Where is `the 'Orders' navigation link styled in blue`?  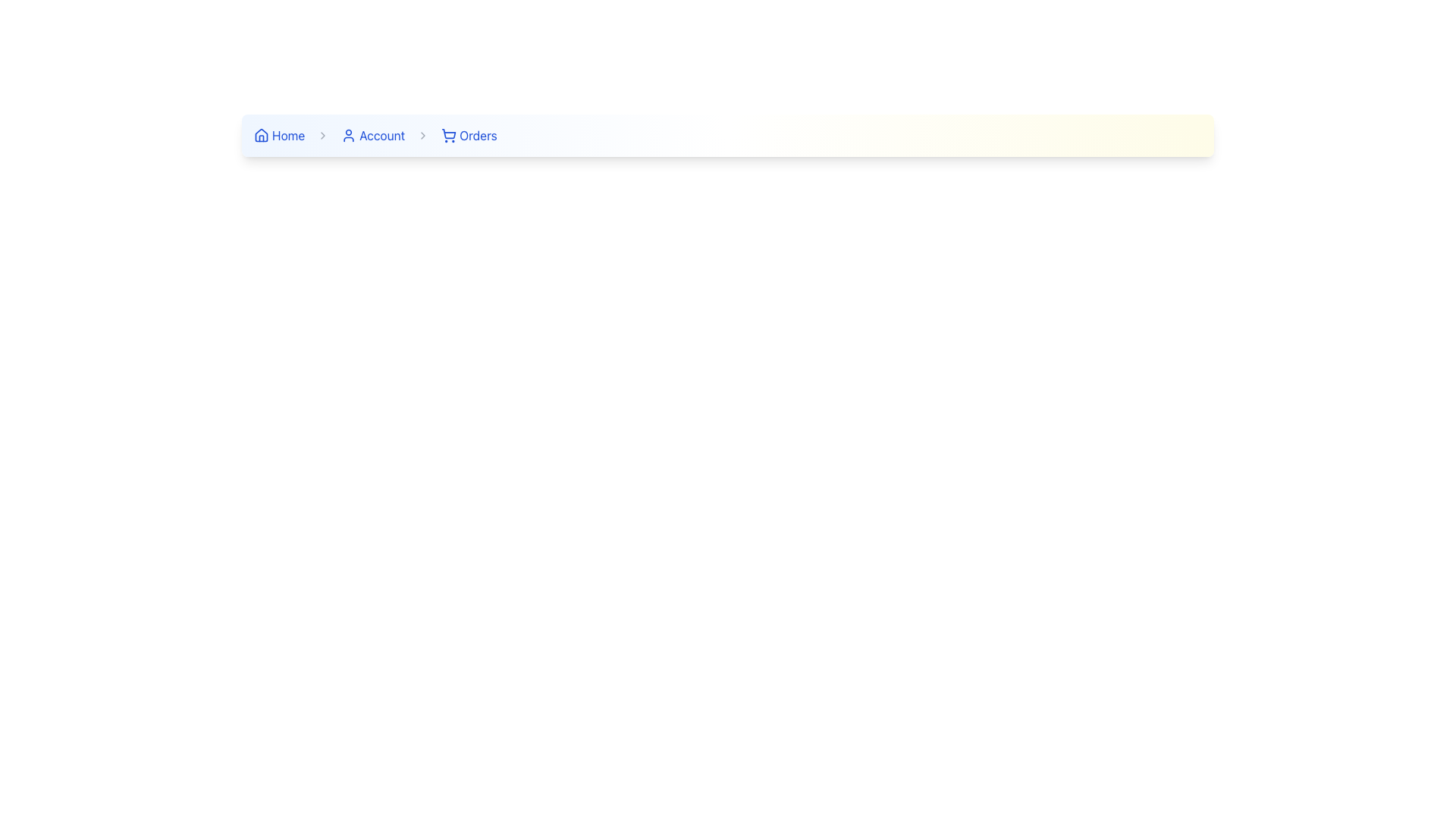
the 'Orders' navigation link styled in blue is located at coordinates (477, 134).